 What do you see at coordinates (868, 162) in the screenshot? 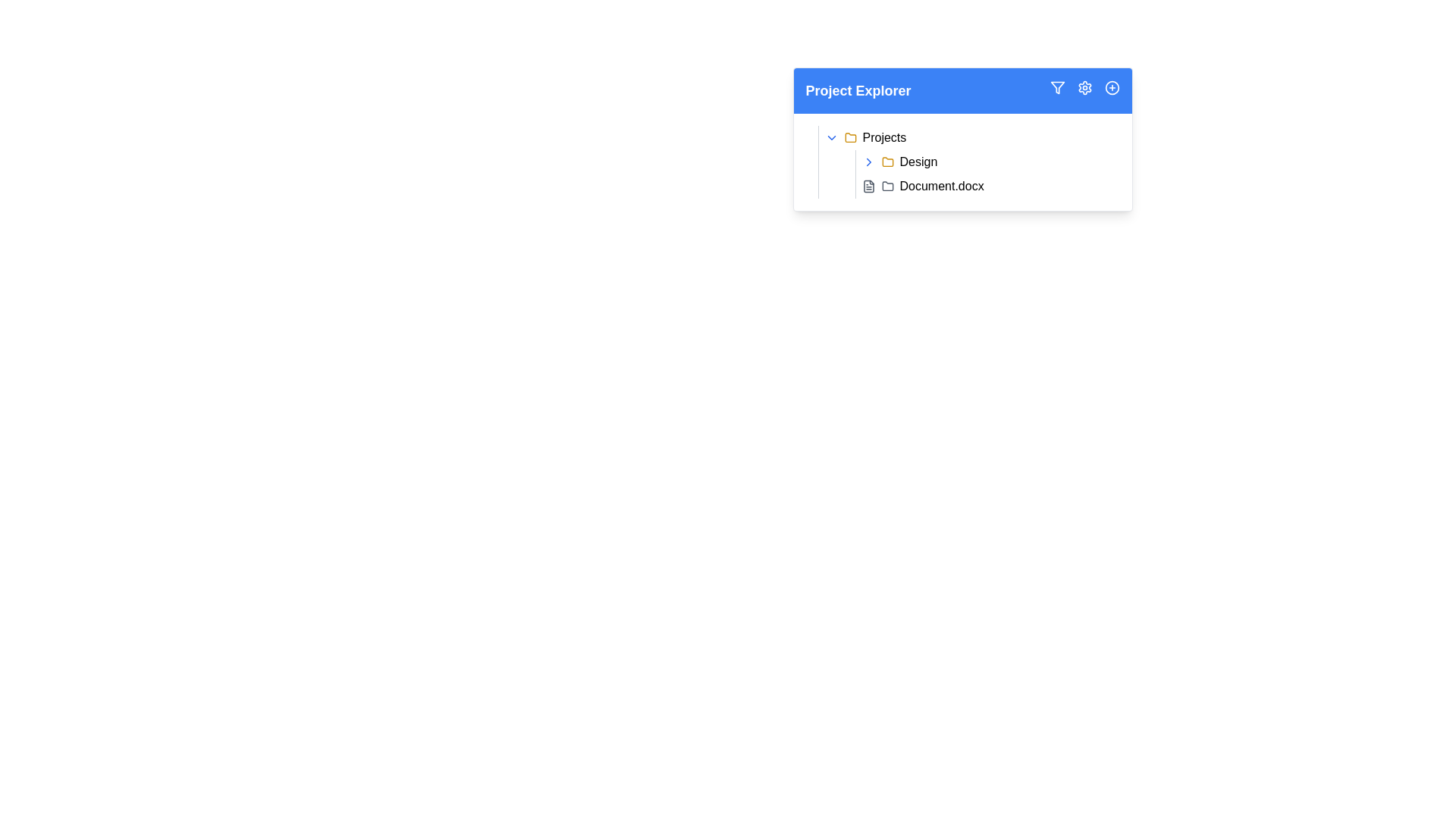
I see `the Chevron Icon located to the left of the 'Design' label in the 'Projects' section of the 'Project Explorer' UI` at bounding box center [868, 162].